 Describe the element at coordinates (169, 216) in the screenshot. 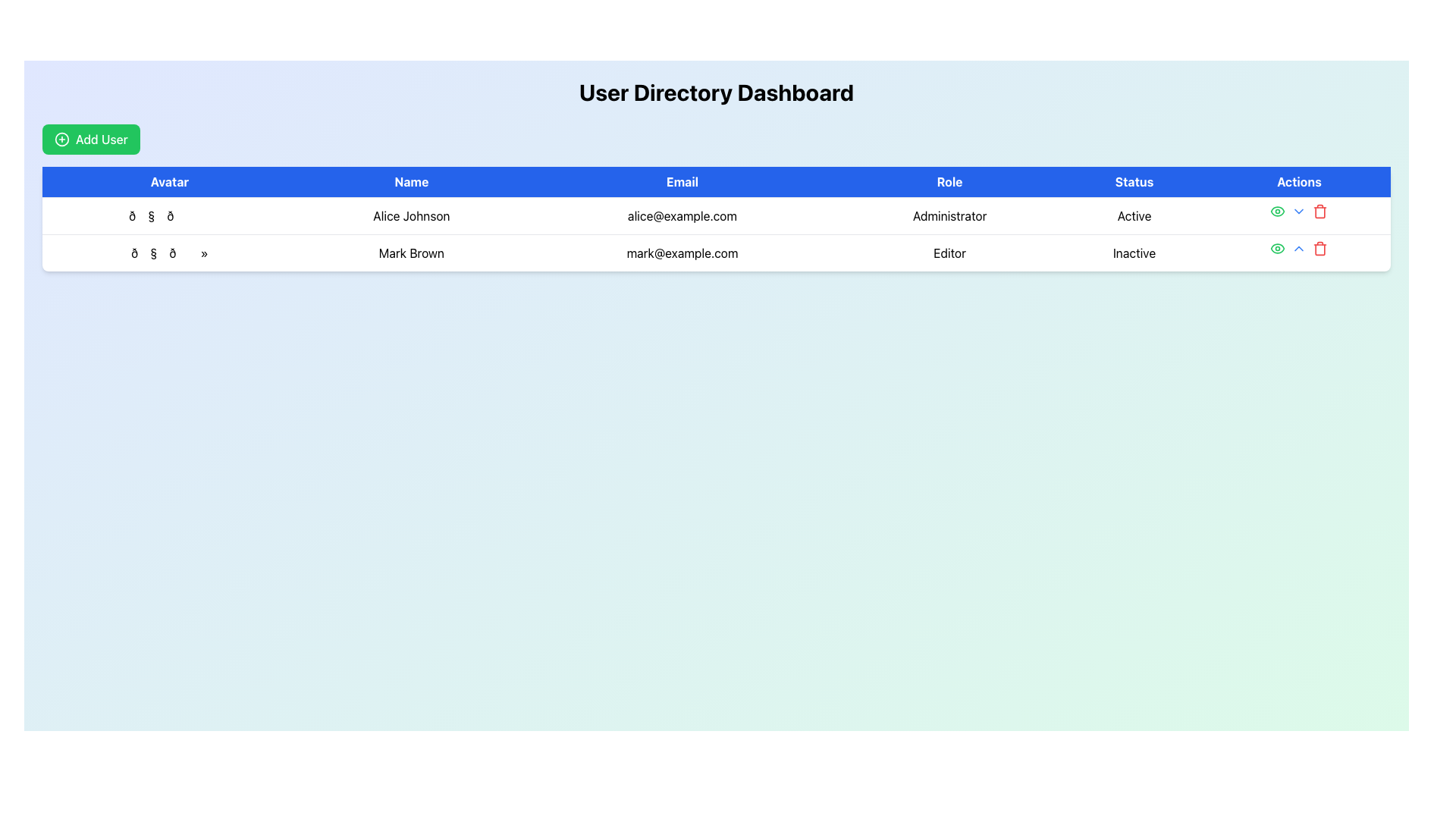

I see `the user's avatar icon in the first row of the user table, located in the 'Avatar' column next to 'Alice Johnson.'` at that location.